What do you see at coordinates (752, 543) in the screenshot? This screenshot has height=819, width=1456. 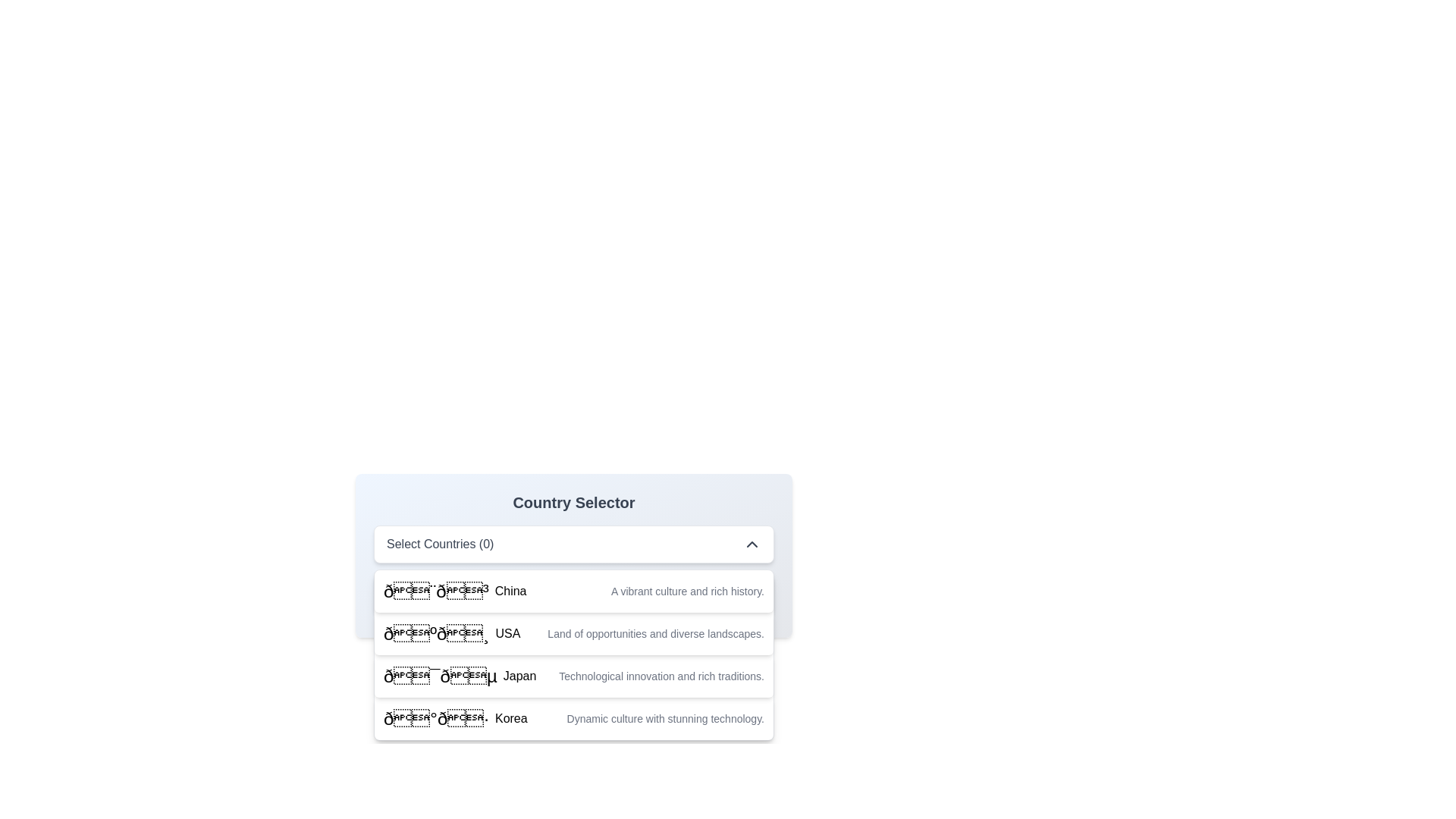 I see `the chevron icon located at the top-right corner of the 'Select Countries (0)' panel` at bounding box center [752, 543].